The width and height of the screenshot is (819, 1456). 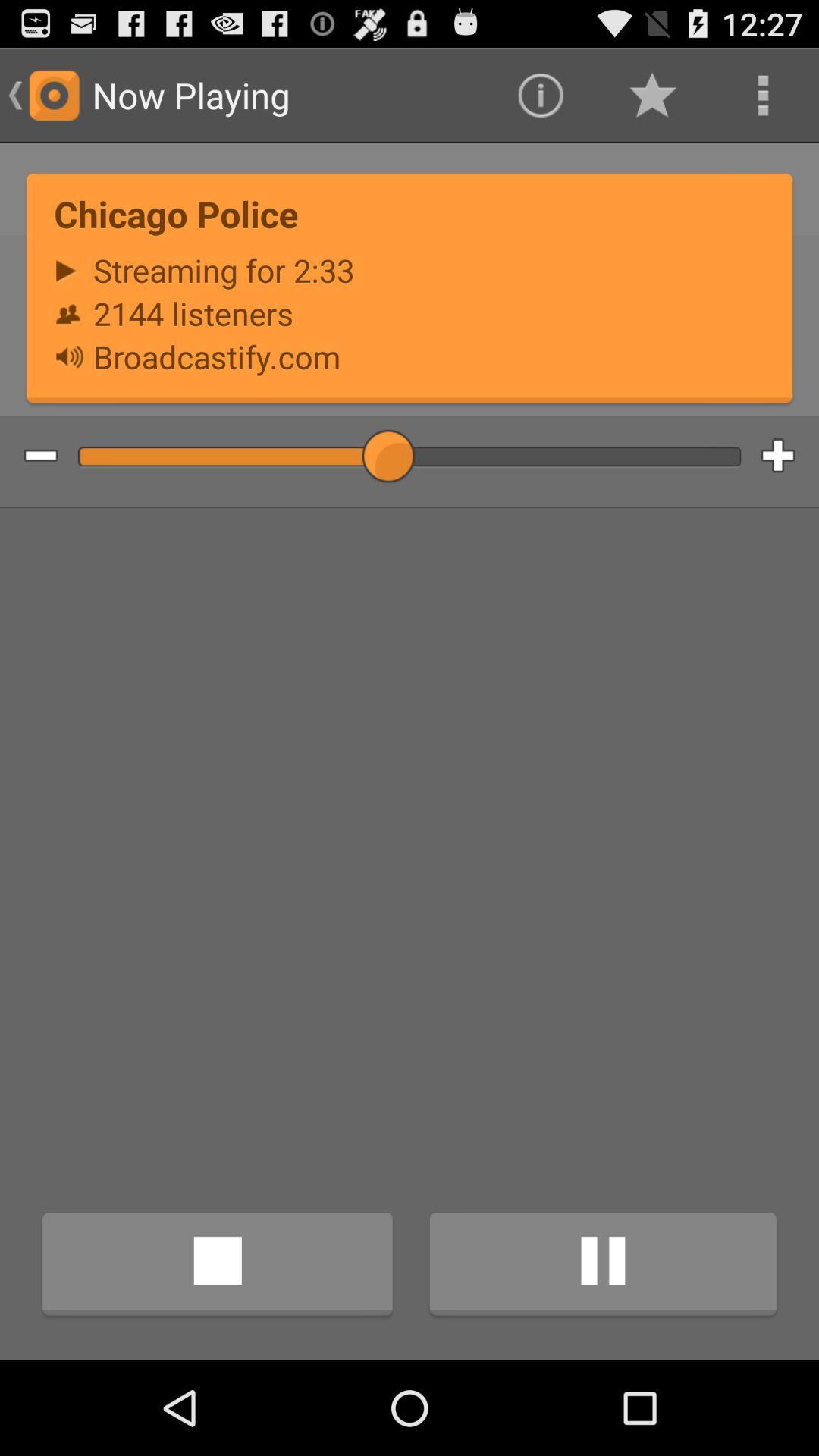 I want to click on item above the chicago police item, so click(x=763, y=94).